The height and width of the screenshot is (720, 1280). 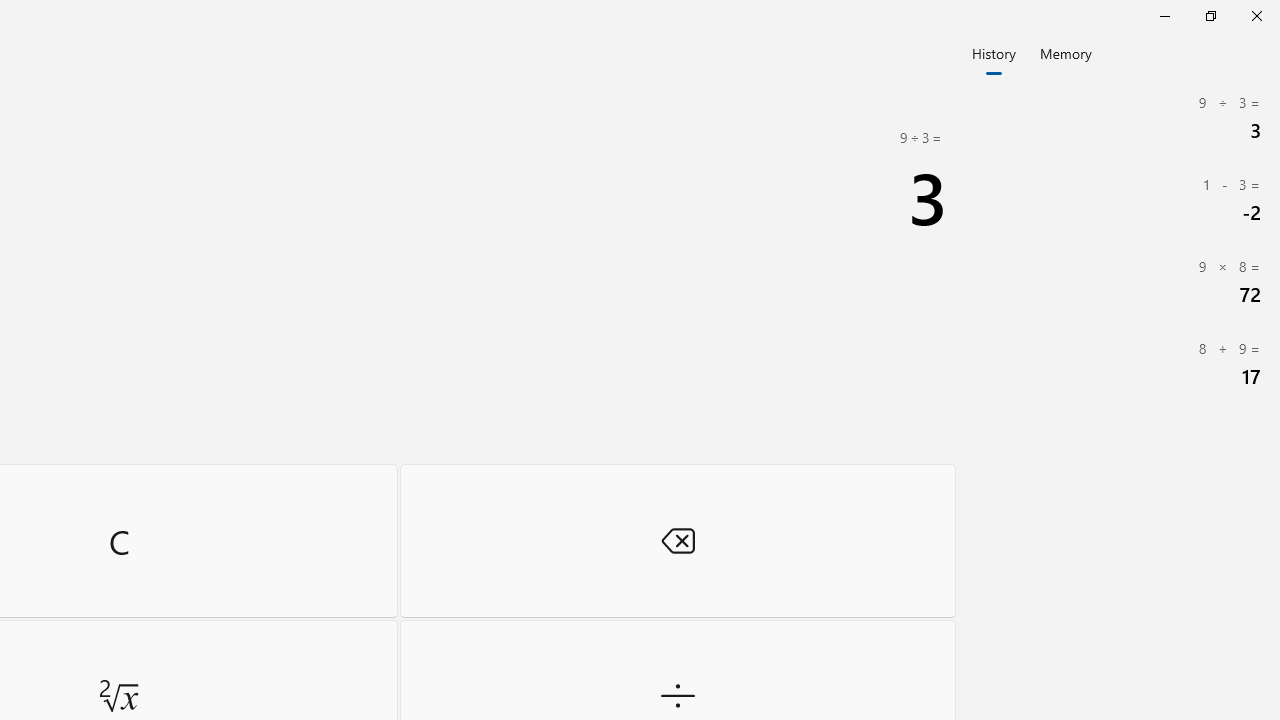 I want to click on 'History', so click(x=993, y=51).